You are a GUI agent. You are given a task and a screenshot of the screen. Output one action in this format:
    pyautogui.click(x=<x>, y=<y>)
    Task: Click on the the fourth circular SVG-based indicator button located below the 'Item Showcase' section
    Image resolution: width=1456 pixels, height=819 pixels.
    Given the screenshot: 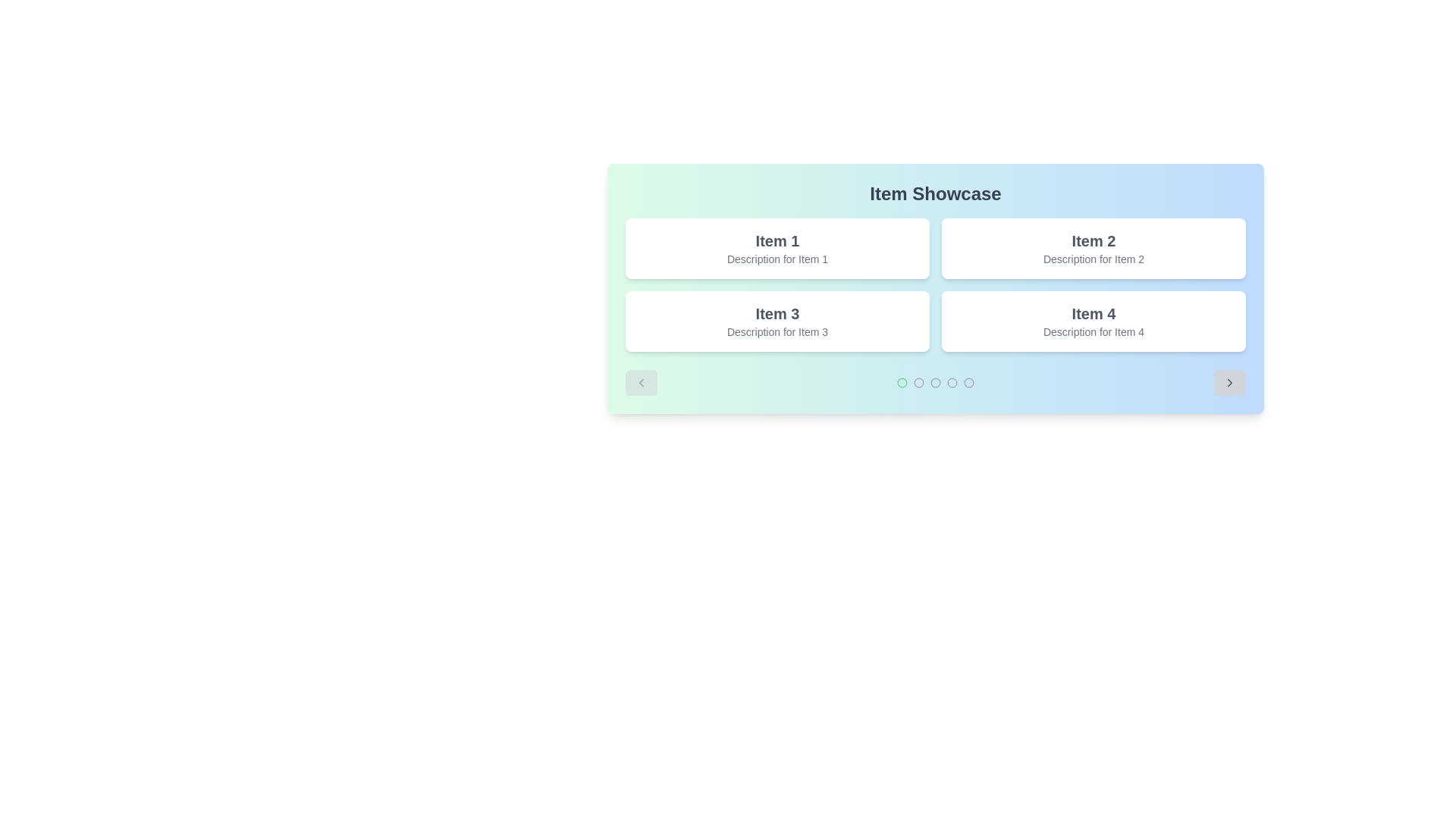 What is the action you would take?
    pyautogui.click(x=968, y=382)
    